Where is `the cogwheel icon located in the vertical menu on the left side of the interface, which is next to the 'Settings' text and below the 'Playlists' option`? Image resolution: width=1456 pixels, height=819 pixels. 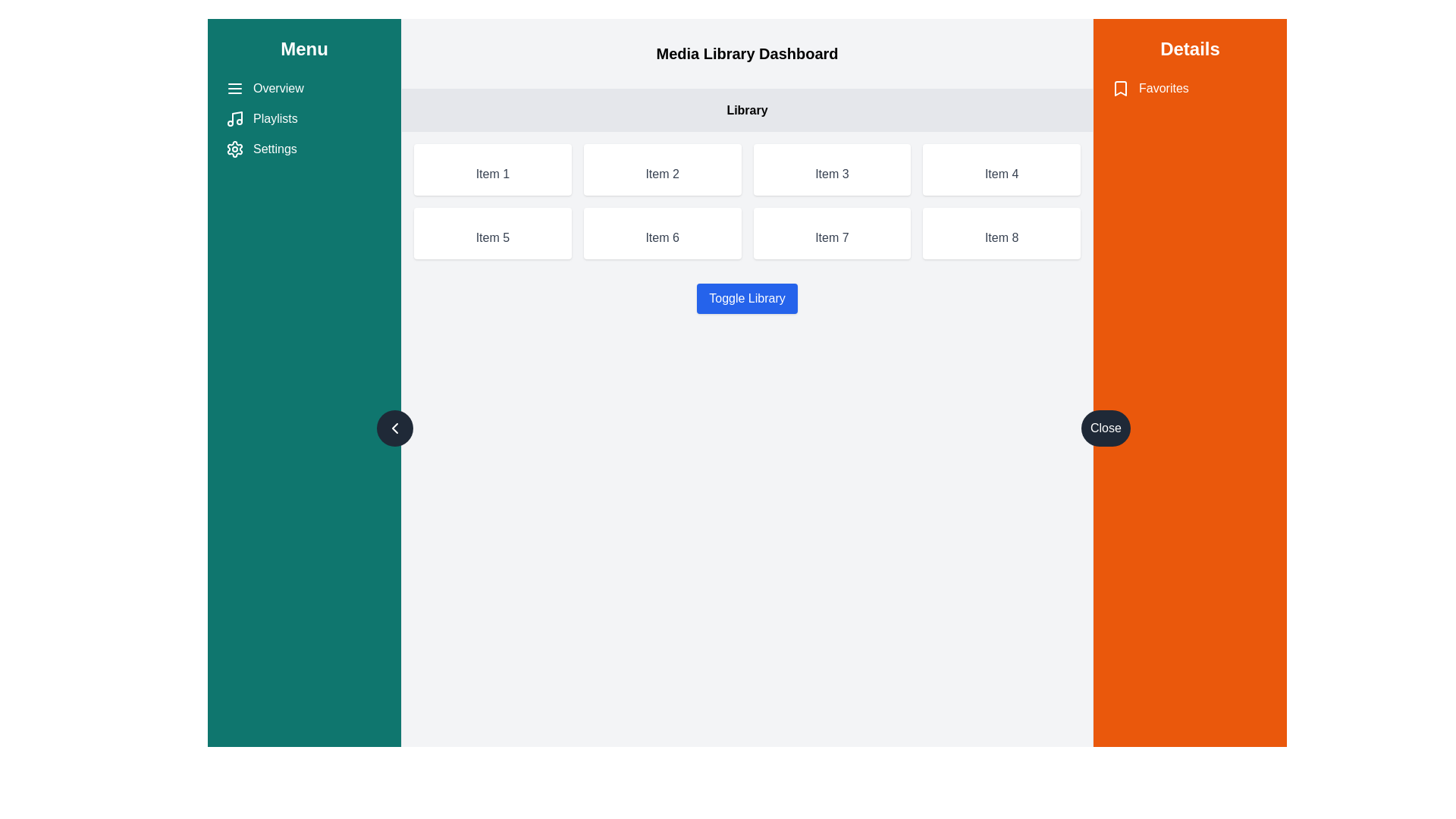 the cogwheel icon located in the vertical menu on the left side of the interface, which is next to the 'Settings' text and below the 'Playlists' option is located at coordinates (234, 149).